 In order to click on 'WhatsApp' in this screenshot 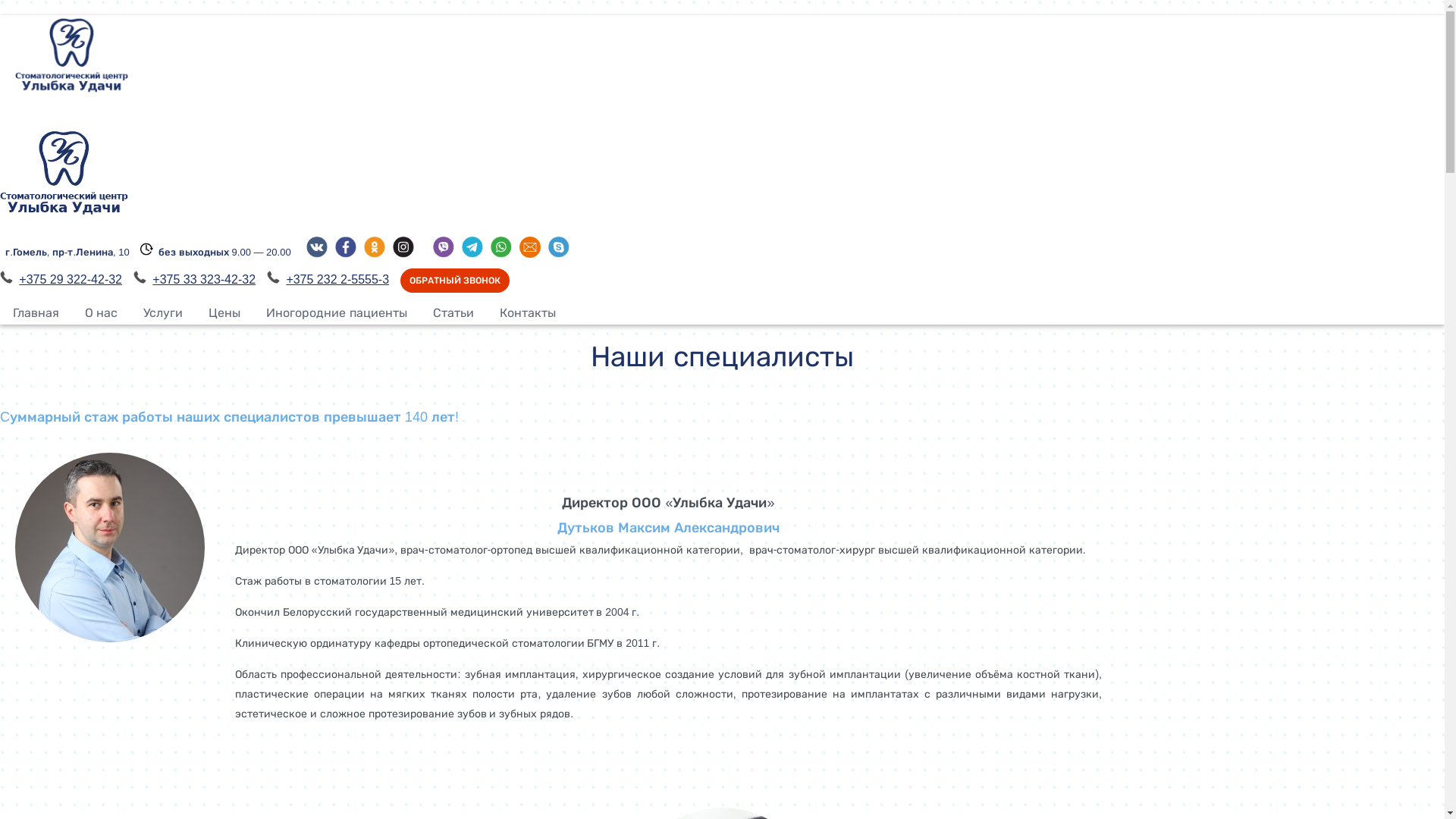, I will do `click(501, 251)`.